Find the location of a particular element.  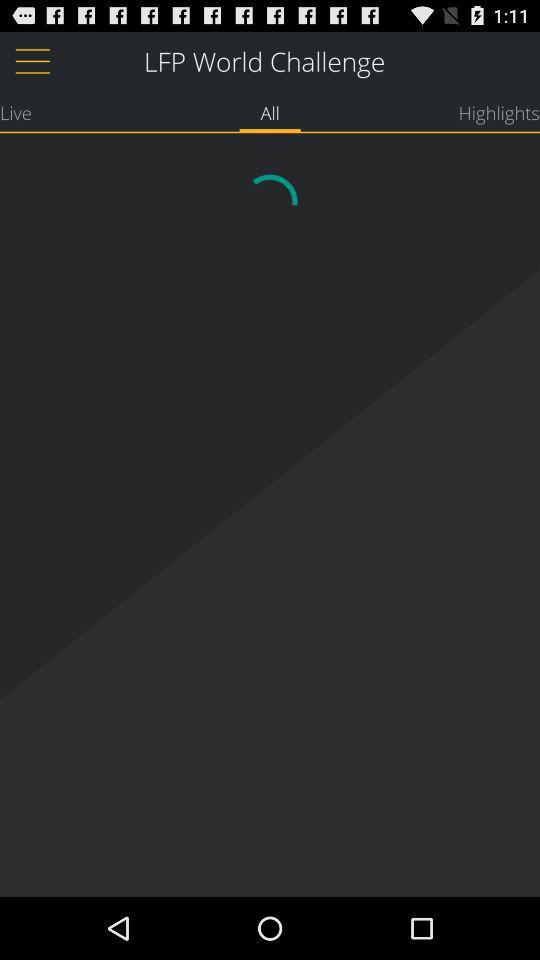

highlights is located at coordinates (498, 112).